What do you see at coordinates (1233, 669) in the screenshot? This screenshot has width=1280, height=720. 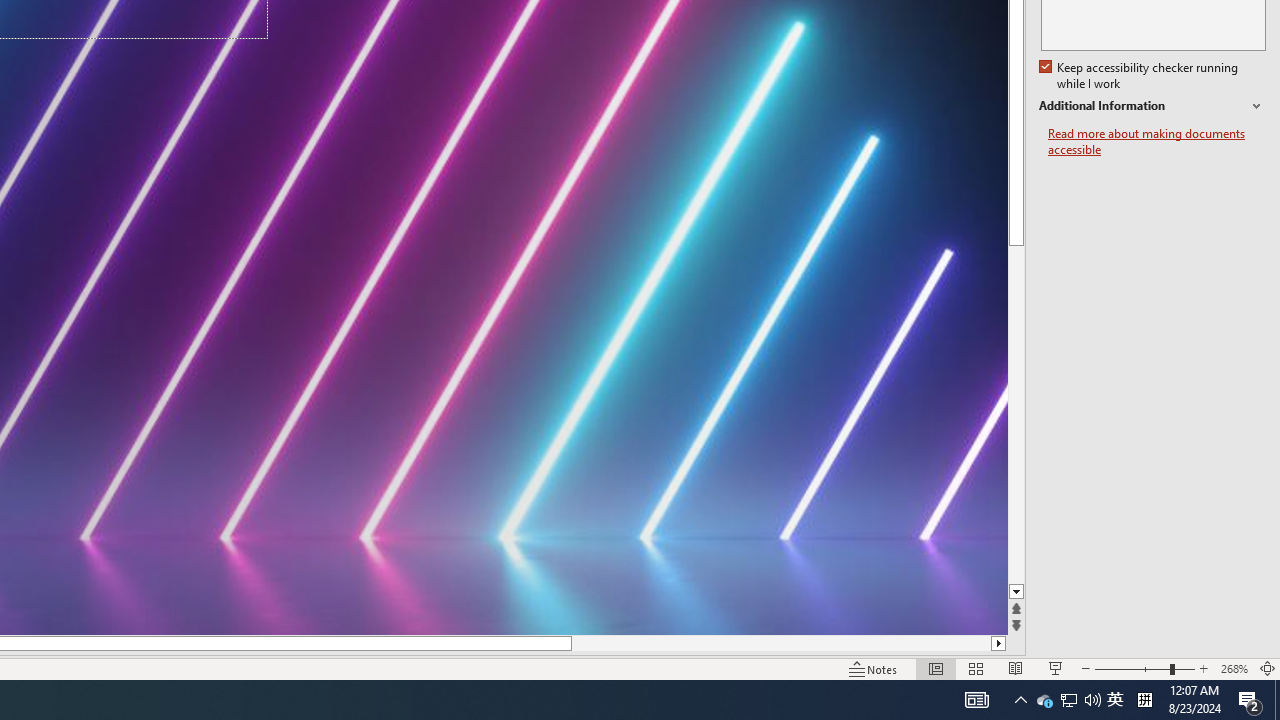 I see `'Zoom 268%'` at bounding box center [1233, 669].